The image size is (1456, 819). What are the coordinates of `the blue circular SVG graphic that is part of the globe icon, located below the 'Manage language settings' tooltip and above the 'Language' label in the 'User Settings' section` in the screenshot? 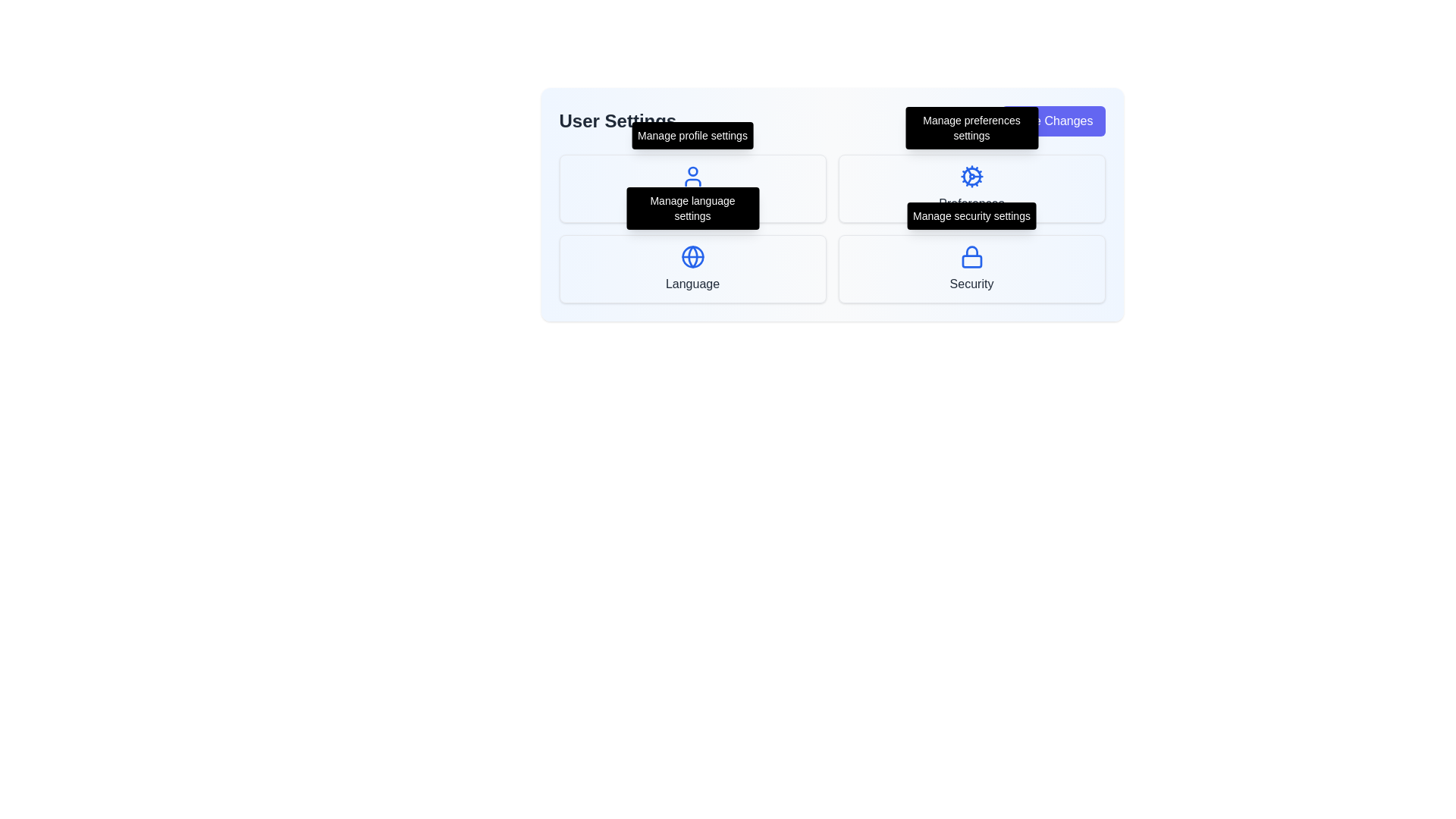 It's located at (692, 256).